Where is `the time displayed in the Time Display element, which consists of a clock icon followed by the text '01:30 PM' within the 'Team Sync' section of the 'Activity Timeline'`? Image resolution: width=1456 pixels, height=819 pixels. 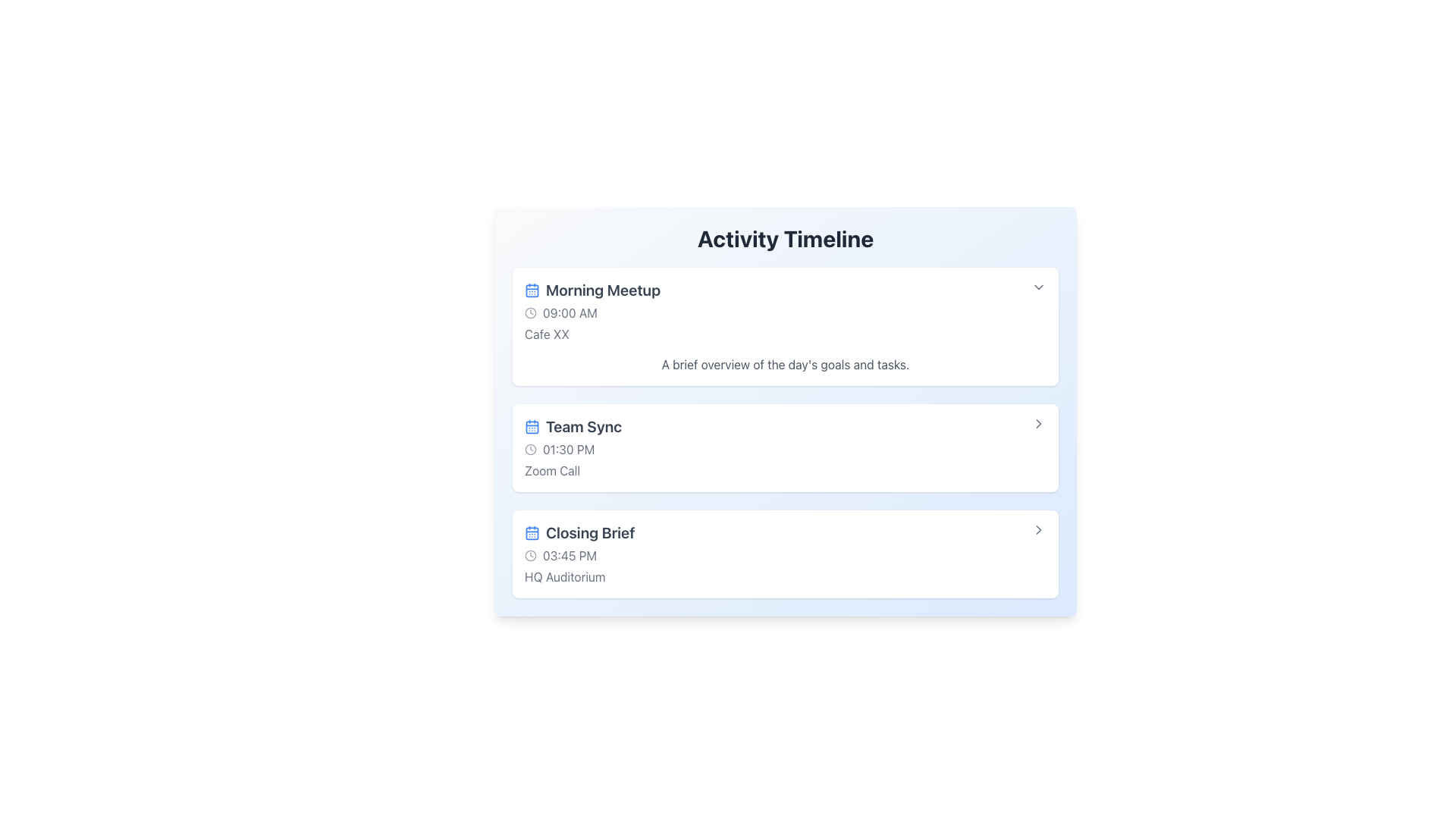
the time displayed in the Time Display element, which consists of a clock icon followed by the text '01:30 PM' within the 'Team Sync' section of the 'Activity Timeline' is located at coordinates (573, 449).